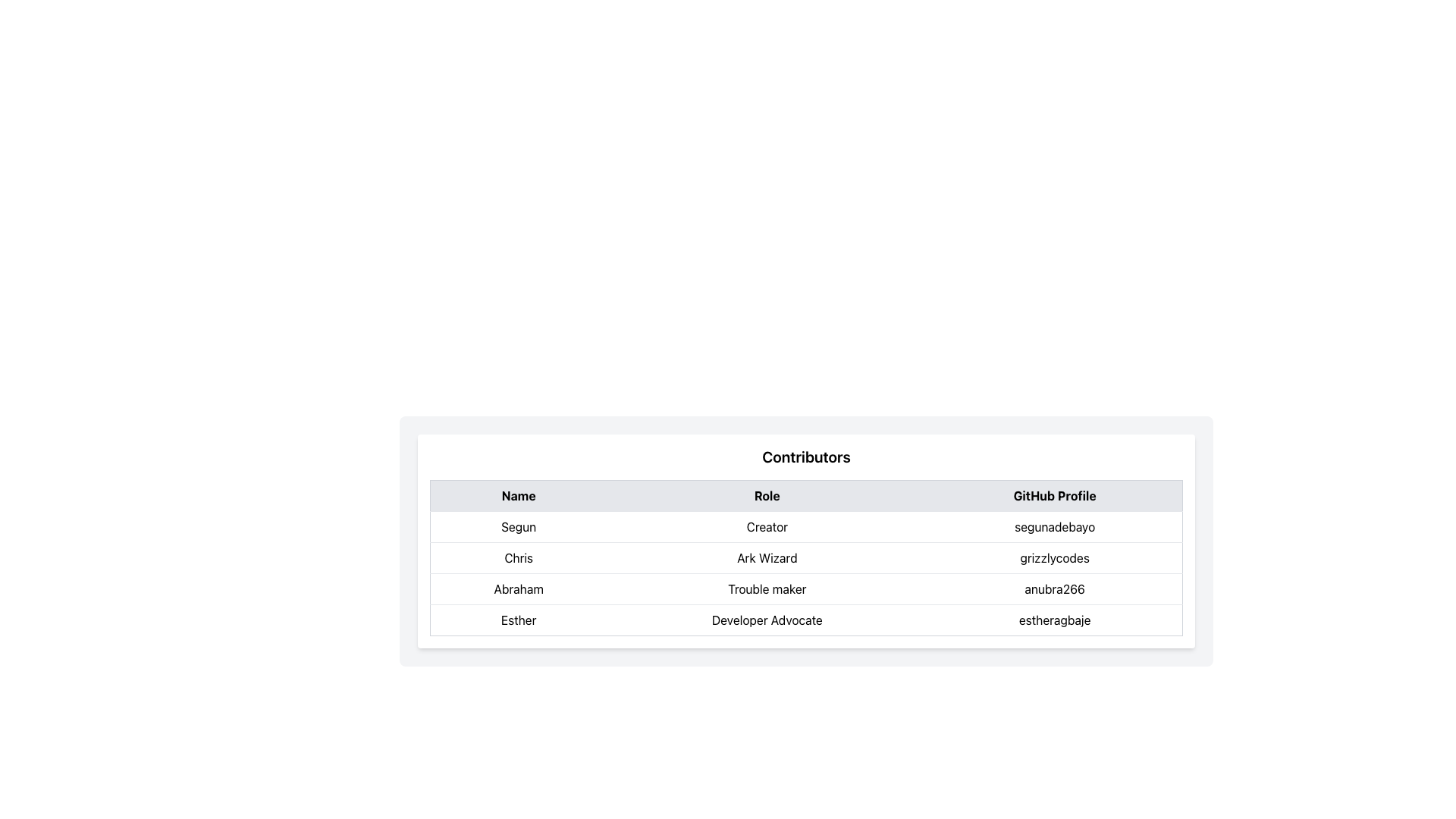 The height and width of the screenshot is (819, 1456). I want to click on text of the Text Label displaying the GitHub username 'estheragbaje' for the user 'Esther' in the last row of the table under the 'GitHub Profile' column, so click(1054, 620).